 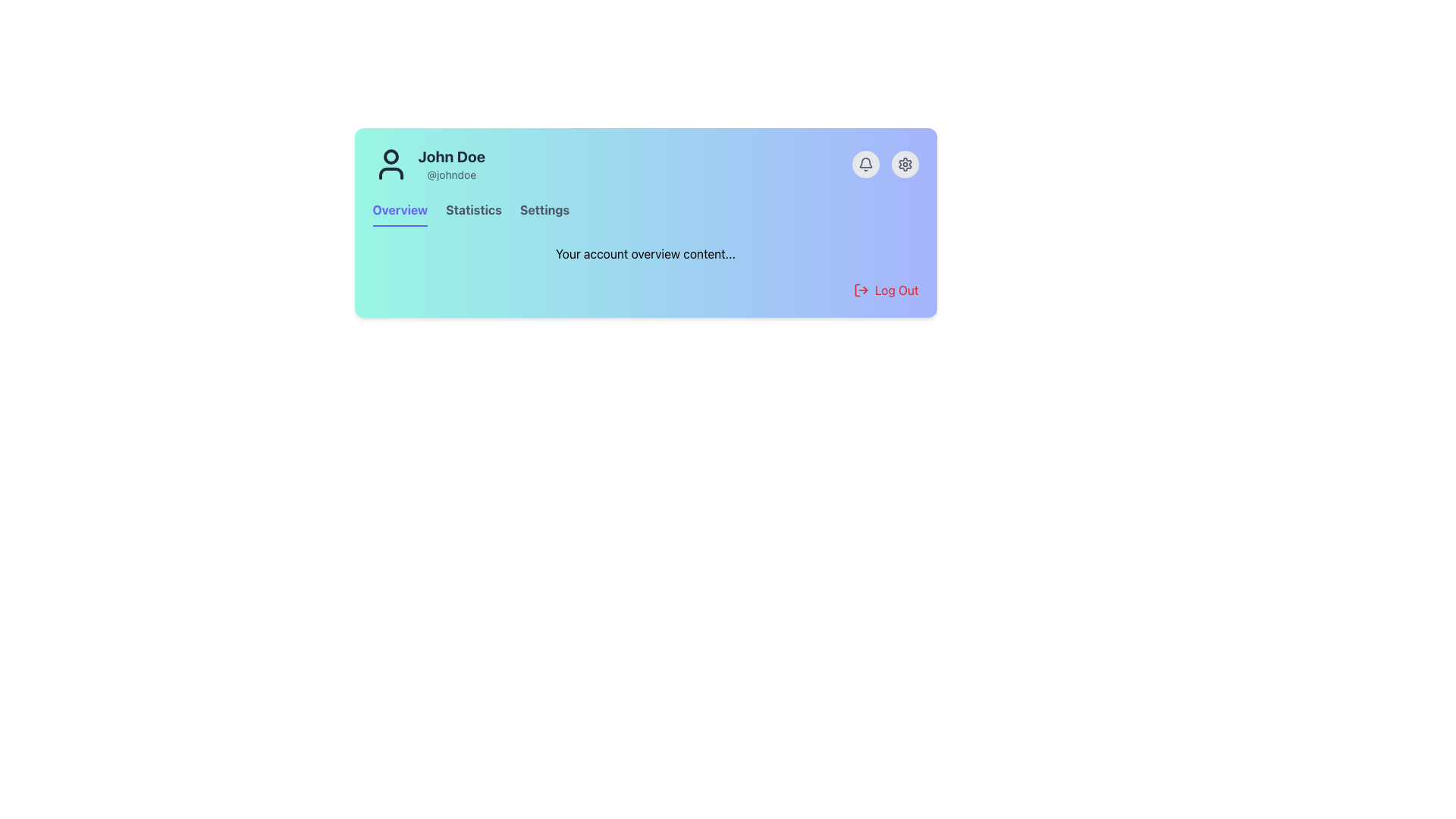 I want to click on the Interactive text tab for navigation, so click(x=472, y=213).